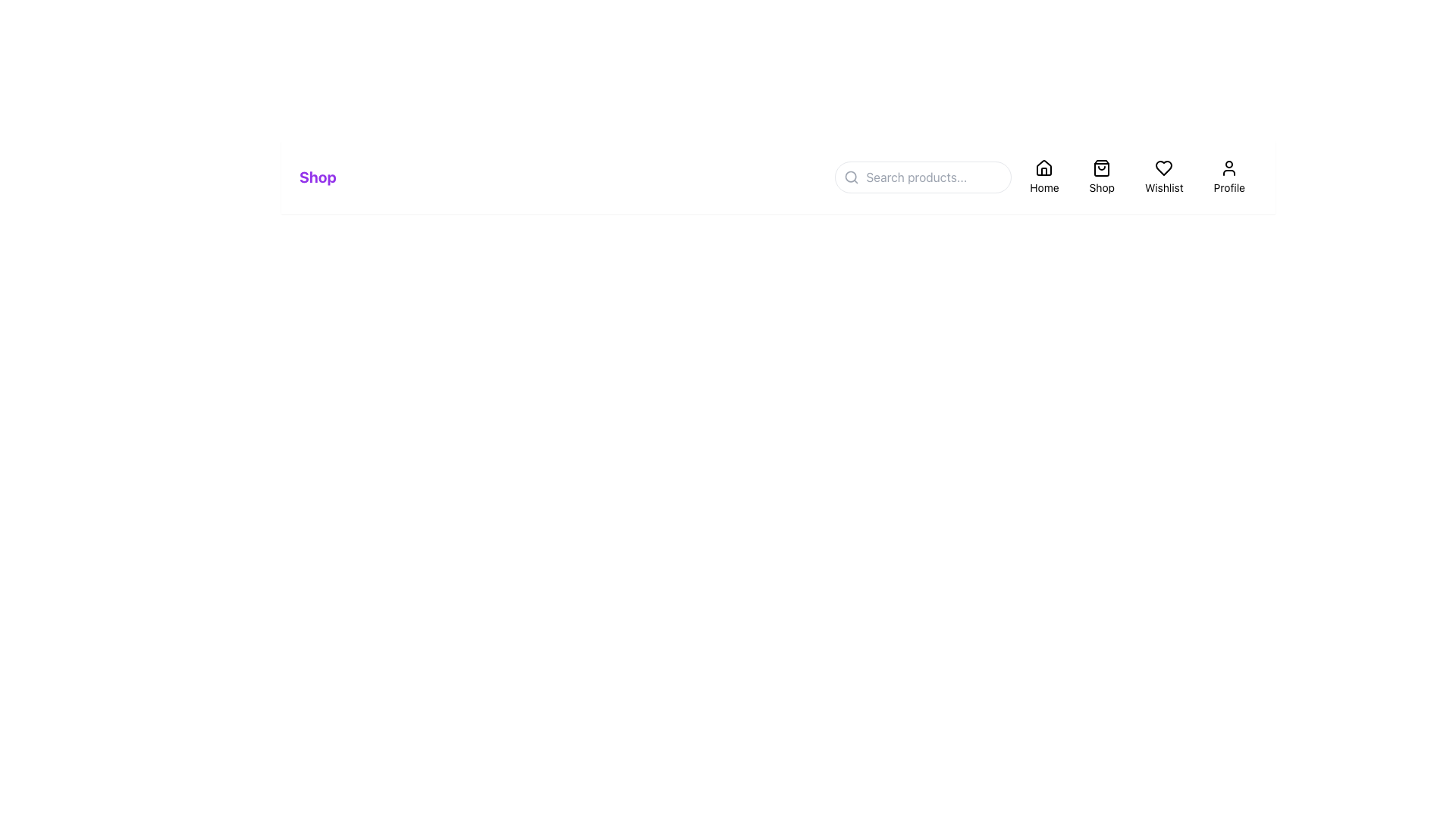 Image resolution: width=1456 pixels, height=819 pixels. What do you see at coordinates (1045, 177) in the screenshot?
I see `the first button in the compact navigation bar, which includes Home, Shop, Wishlist, and Profile` at bounding box center [1045, 177].